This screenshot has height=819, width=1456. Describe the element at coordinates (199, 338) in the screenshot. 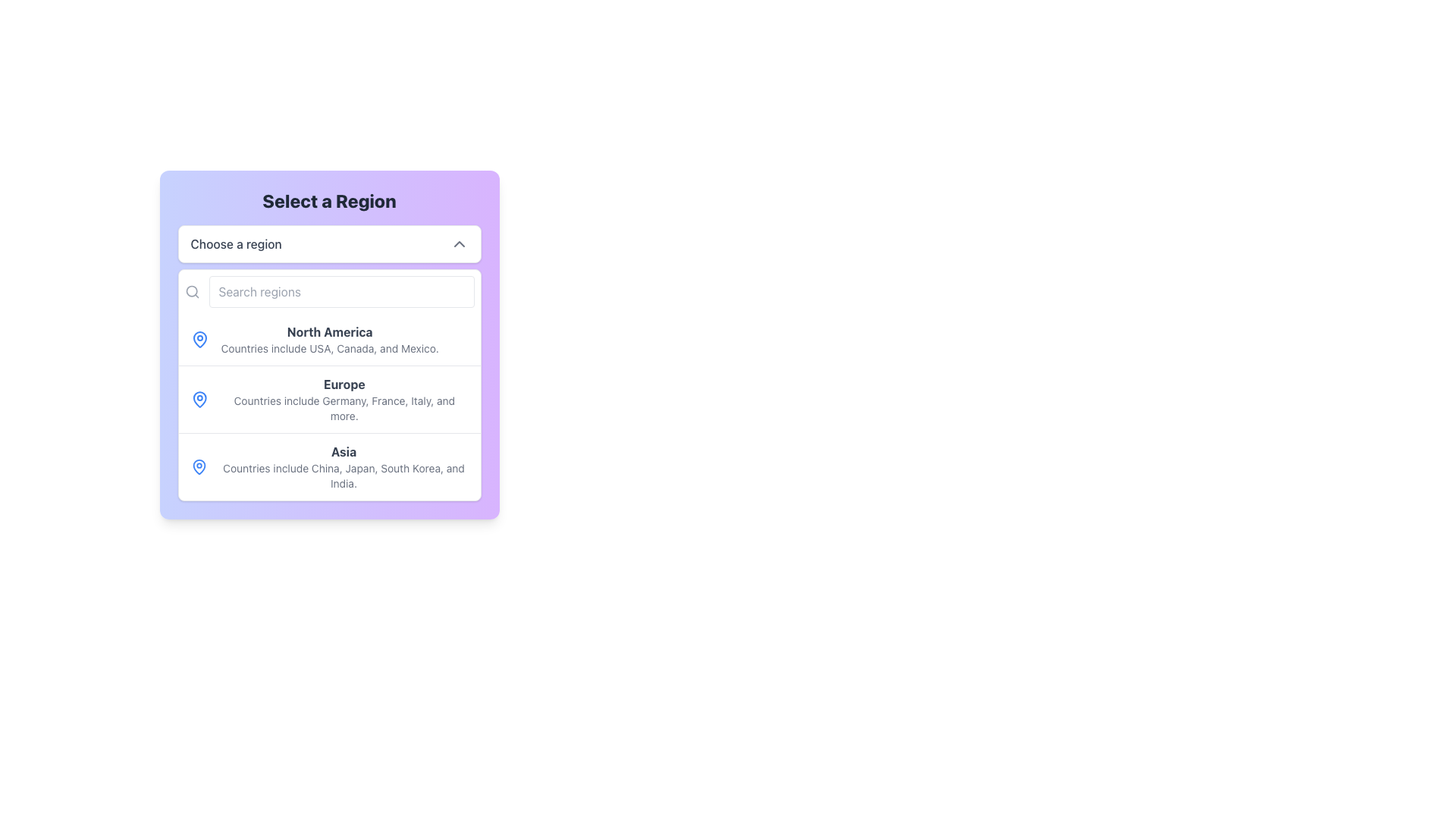

I see `the blue map pin icon located to the left of the 'North America' list item in the regions list under 'Select a Region'` at that location.